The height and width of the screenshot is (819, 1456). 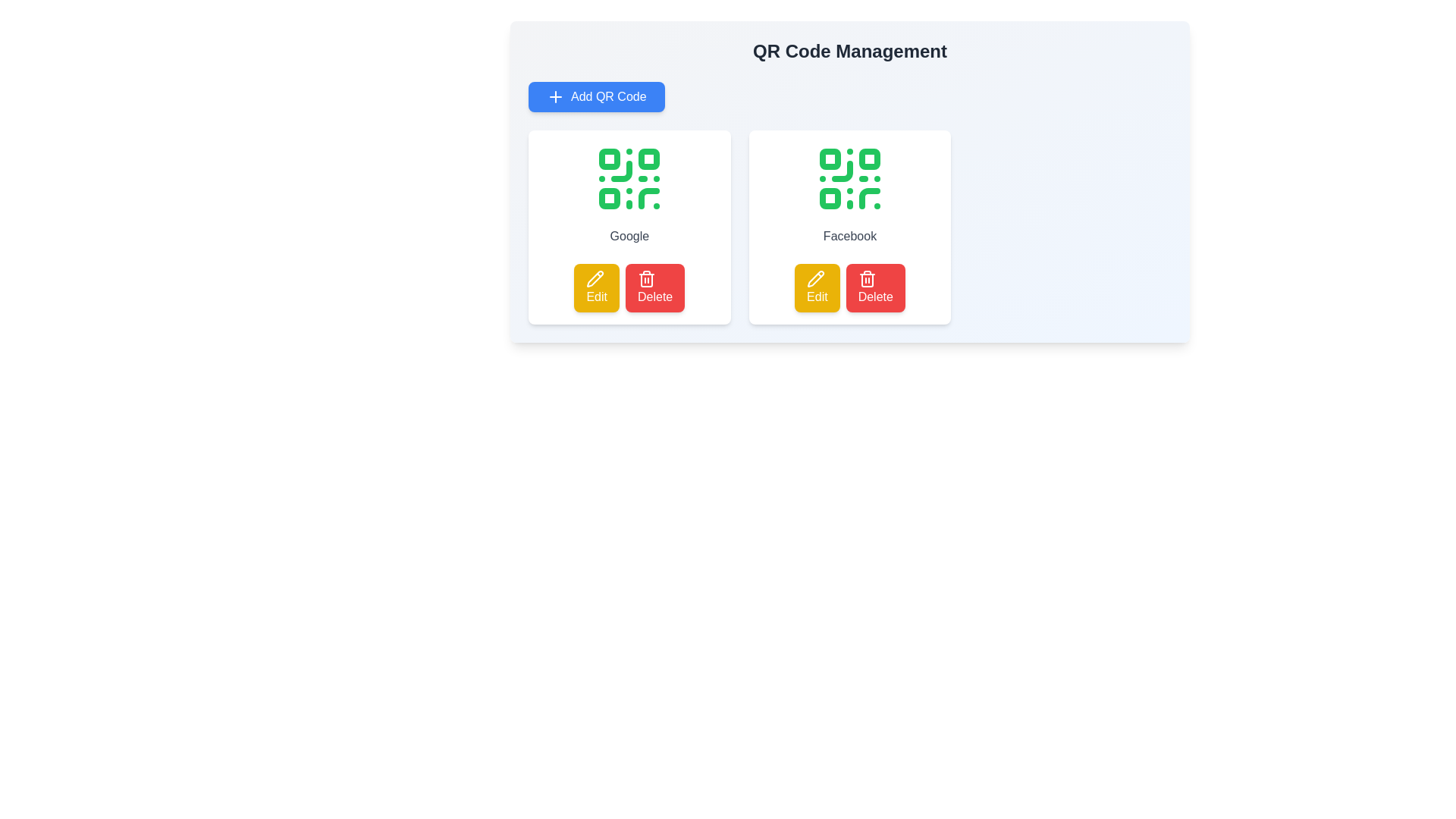 What do you see at coordinates (815, 278) in the screenshot?
I see `the yellow pencil icon representing the 'Edit' function within the Facebook QR code card` at bounding box center [815, 278].